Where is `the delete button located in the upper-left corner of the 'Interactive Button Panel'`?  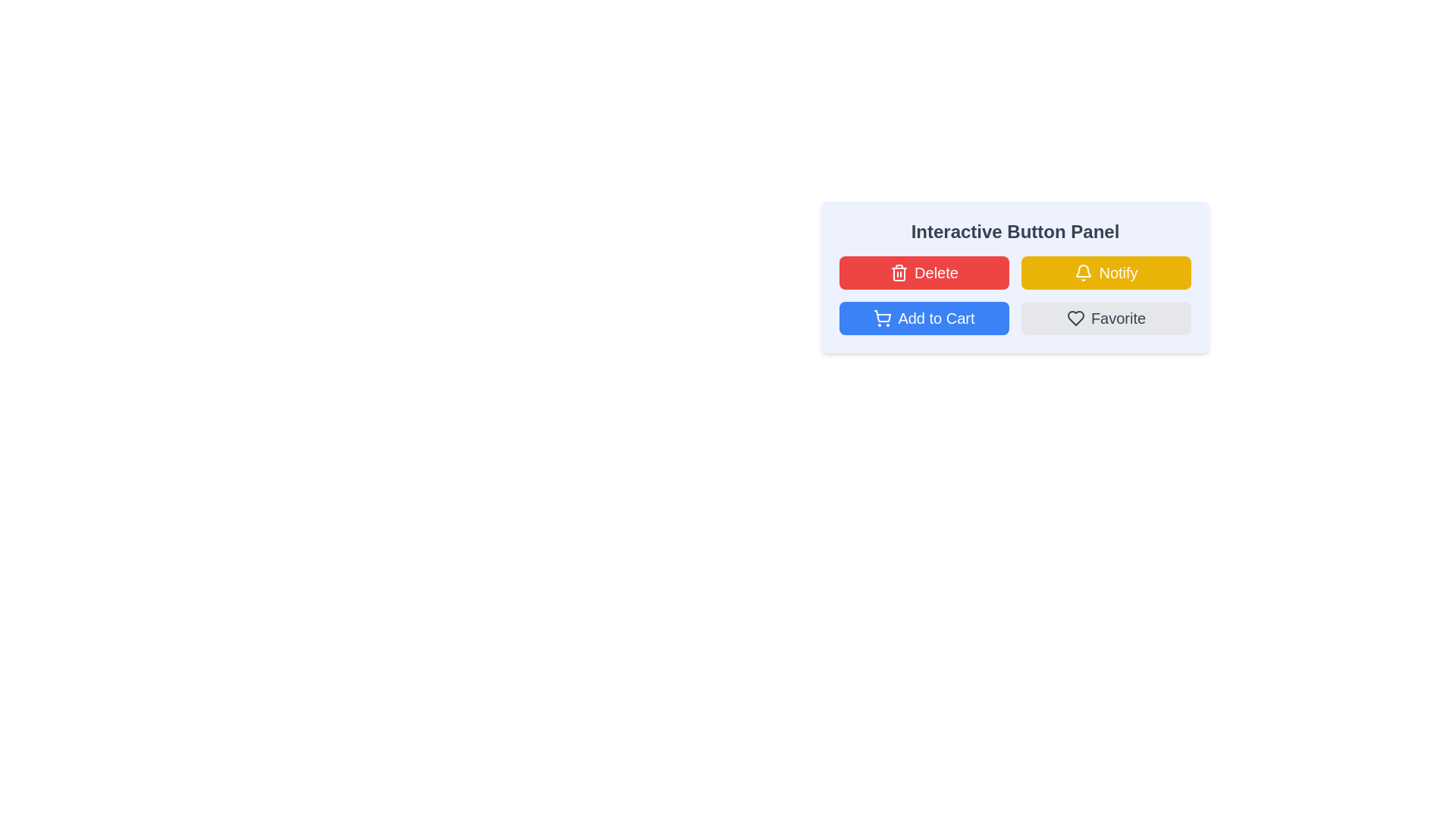
the delete button located in the upper-left corner of the 'Interactive Button Panel' is located at coordinates (924, 271).